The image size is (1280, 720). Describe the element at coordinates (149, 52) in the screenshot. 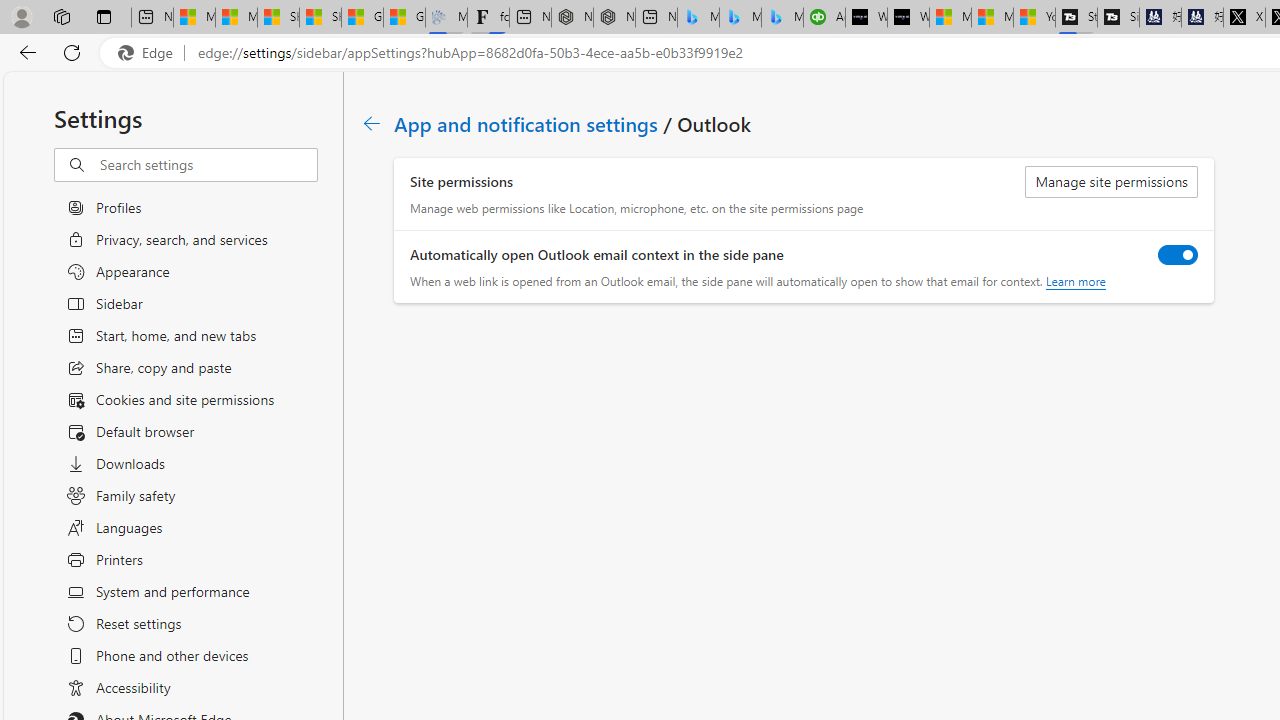

I see `'Edge'` at that location.